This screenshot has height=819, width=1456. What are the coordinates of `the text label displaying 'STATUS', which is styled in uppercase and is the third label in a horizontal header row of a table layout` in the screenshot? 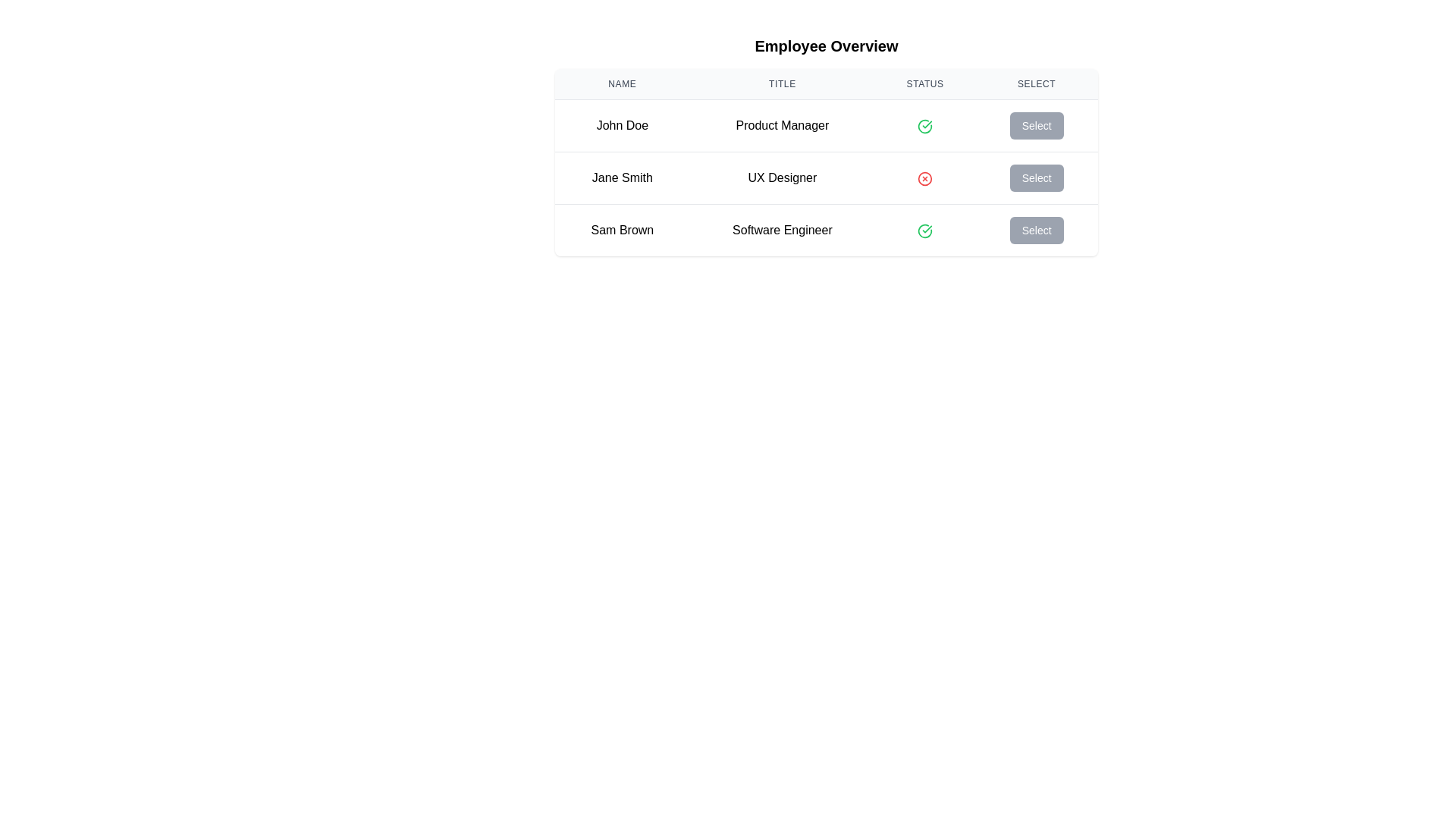 It's located at (924, 84).